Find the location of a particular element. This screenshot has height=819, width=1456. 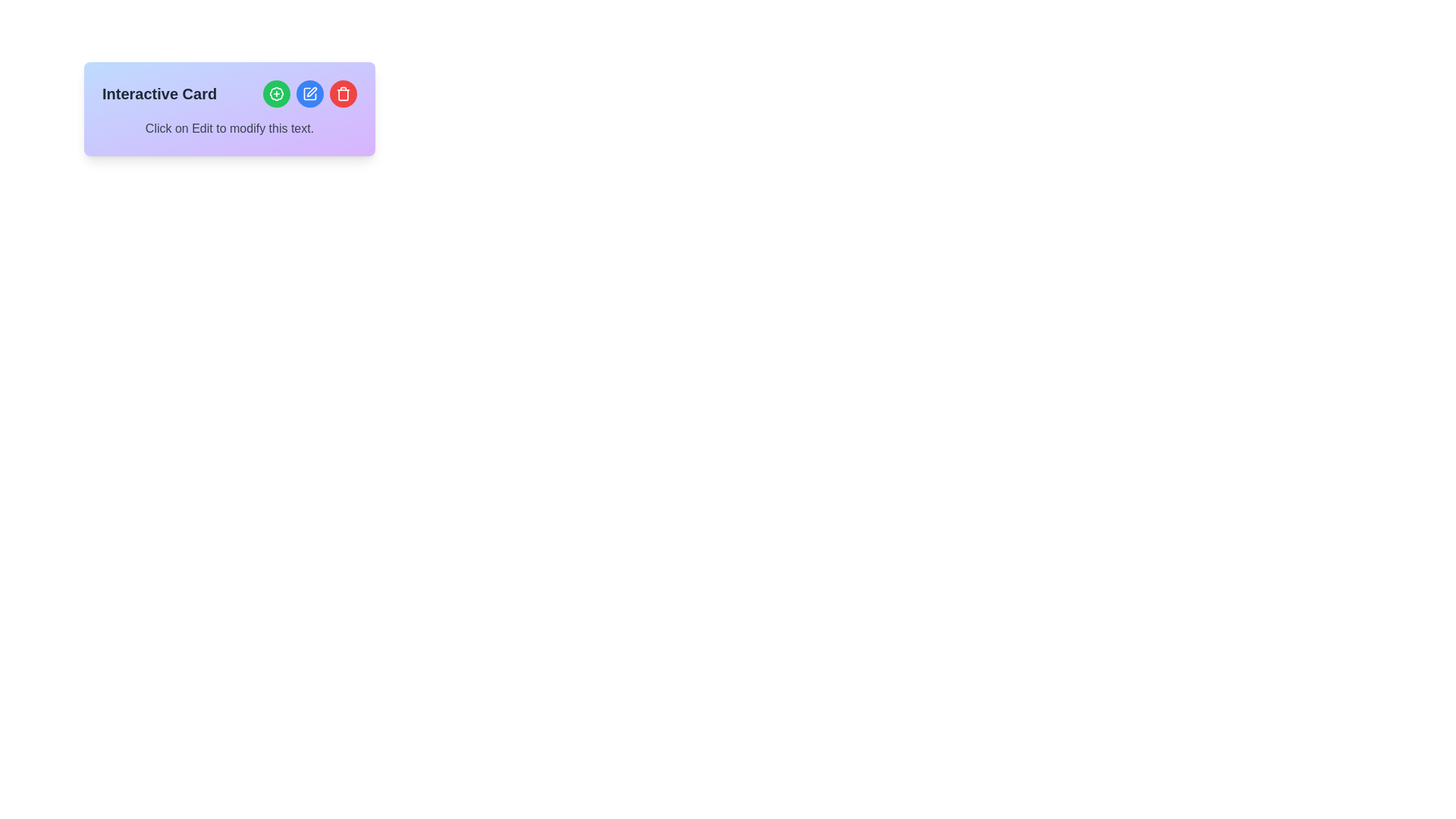

the icon located at the top-right corner of the interactive card, which is part of a grouped icon set is located at coordinates (342, 94).